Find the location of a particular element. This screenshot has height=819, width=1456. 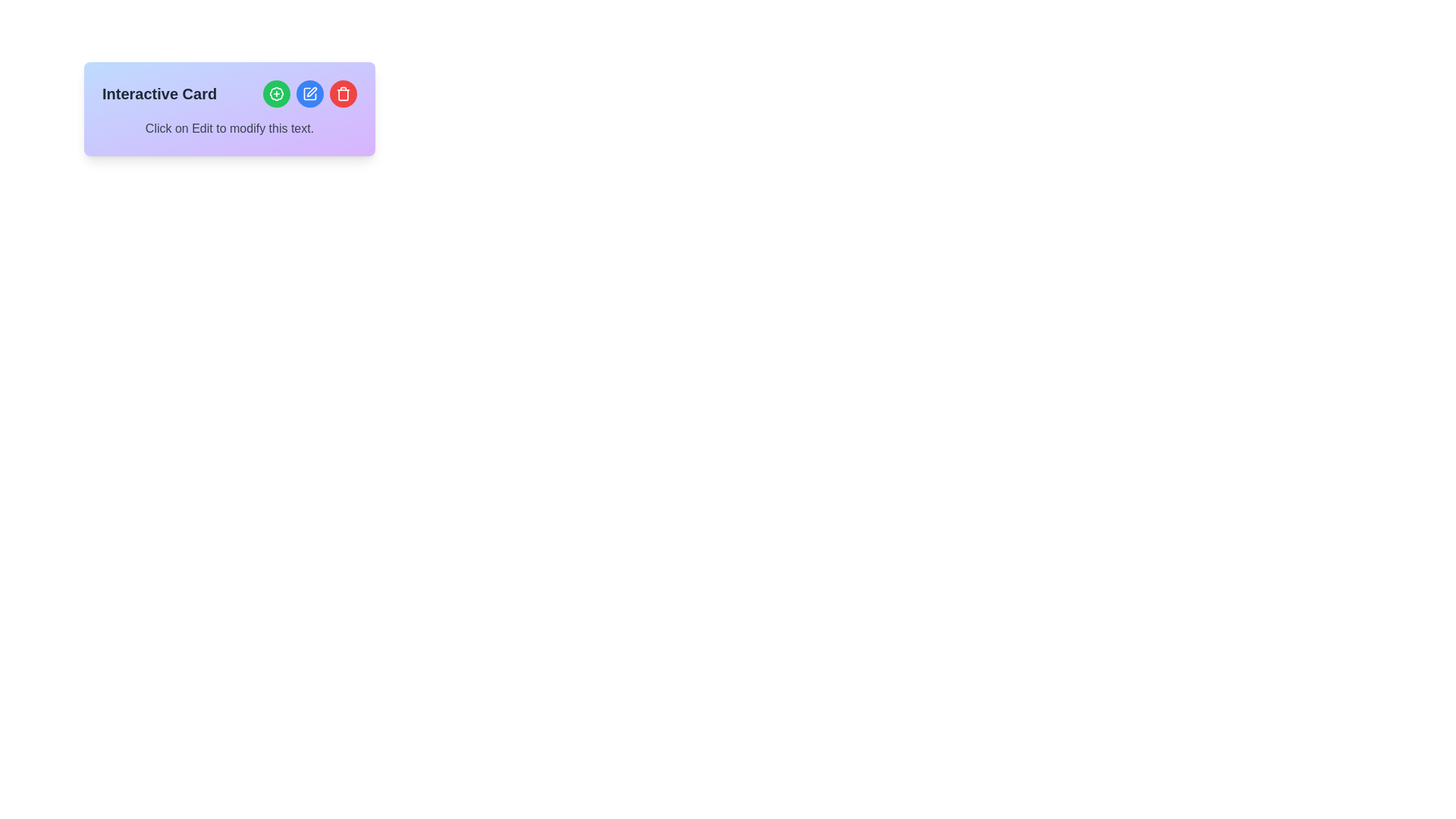

the icon located at the top-right corner of the interactive card, which is part of a grouped icon set is located at coordinates (342, 94).